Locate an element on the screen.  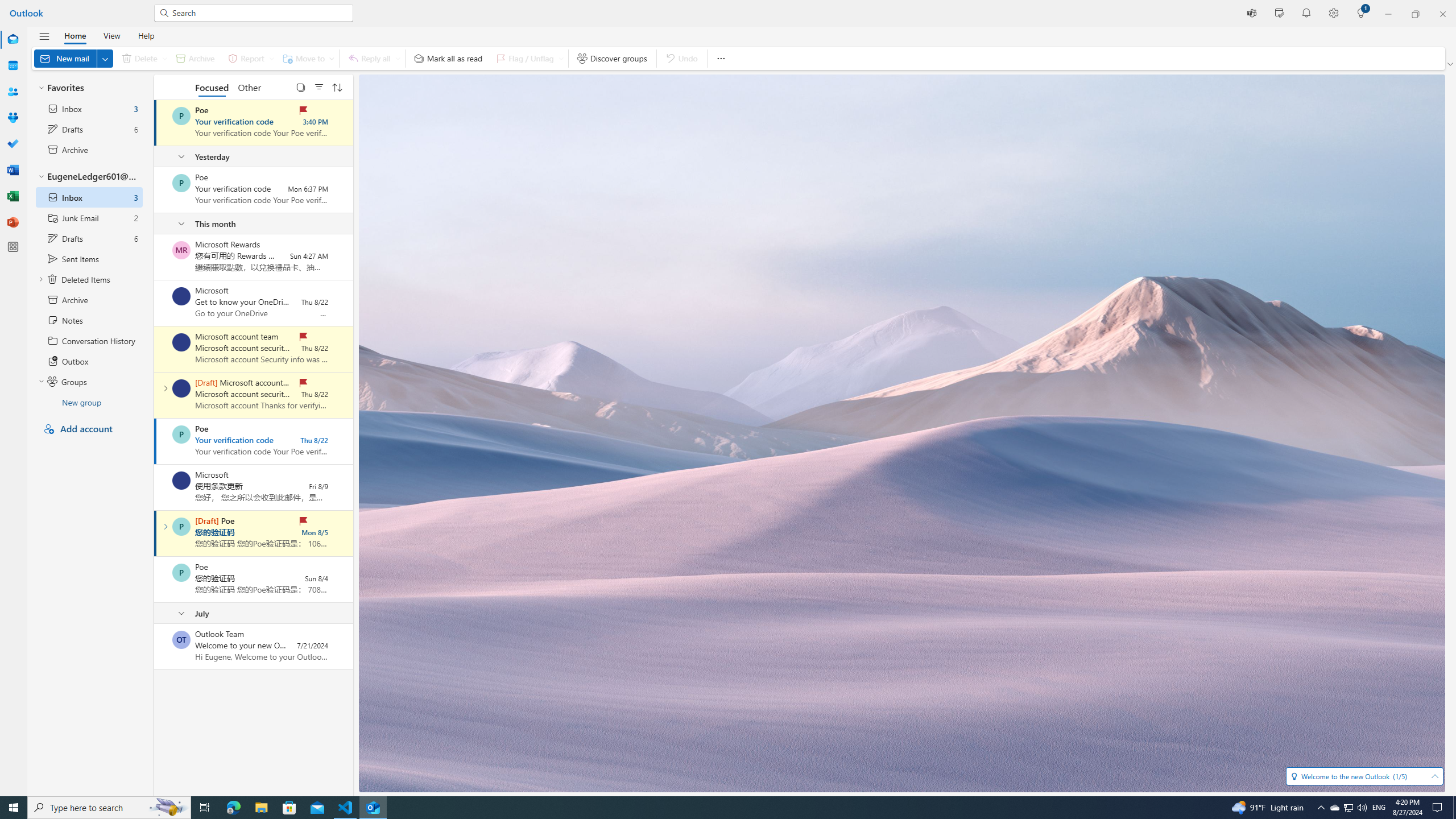
'Other' is located at coordinates (248, 87).